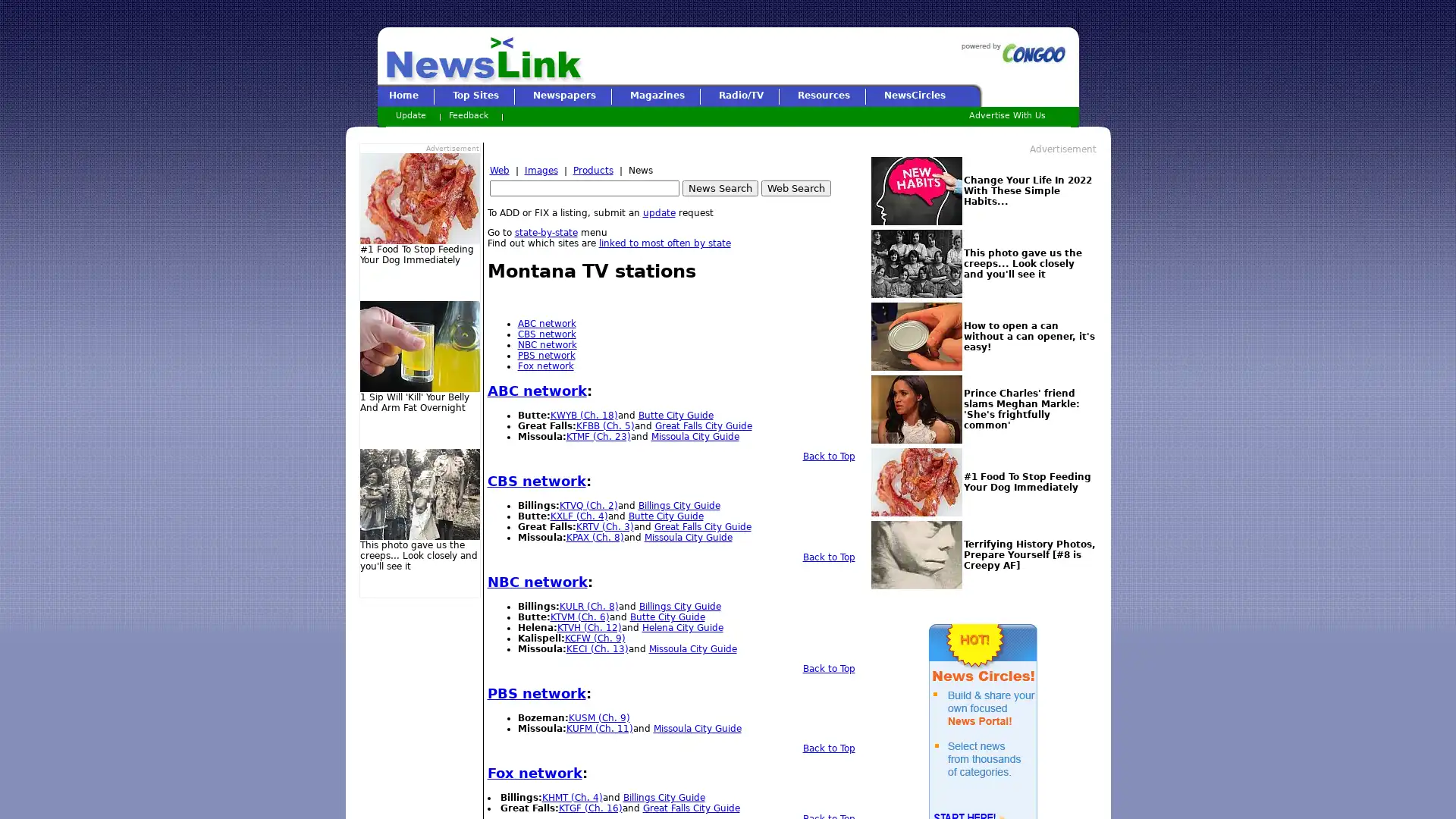  Describe the element at coordinates (719, 187) in the screenshot. I see `News Search` at that location.